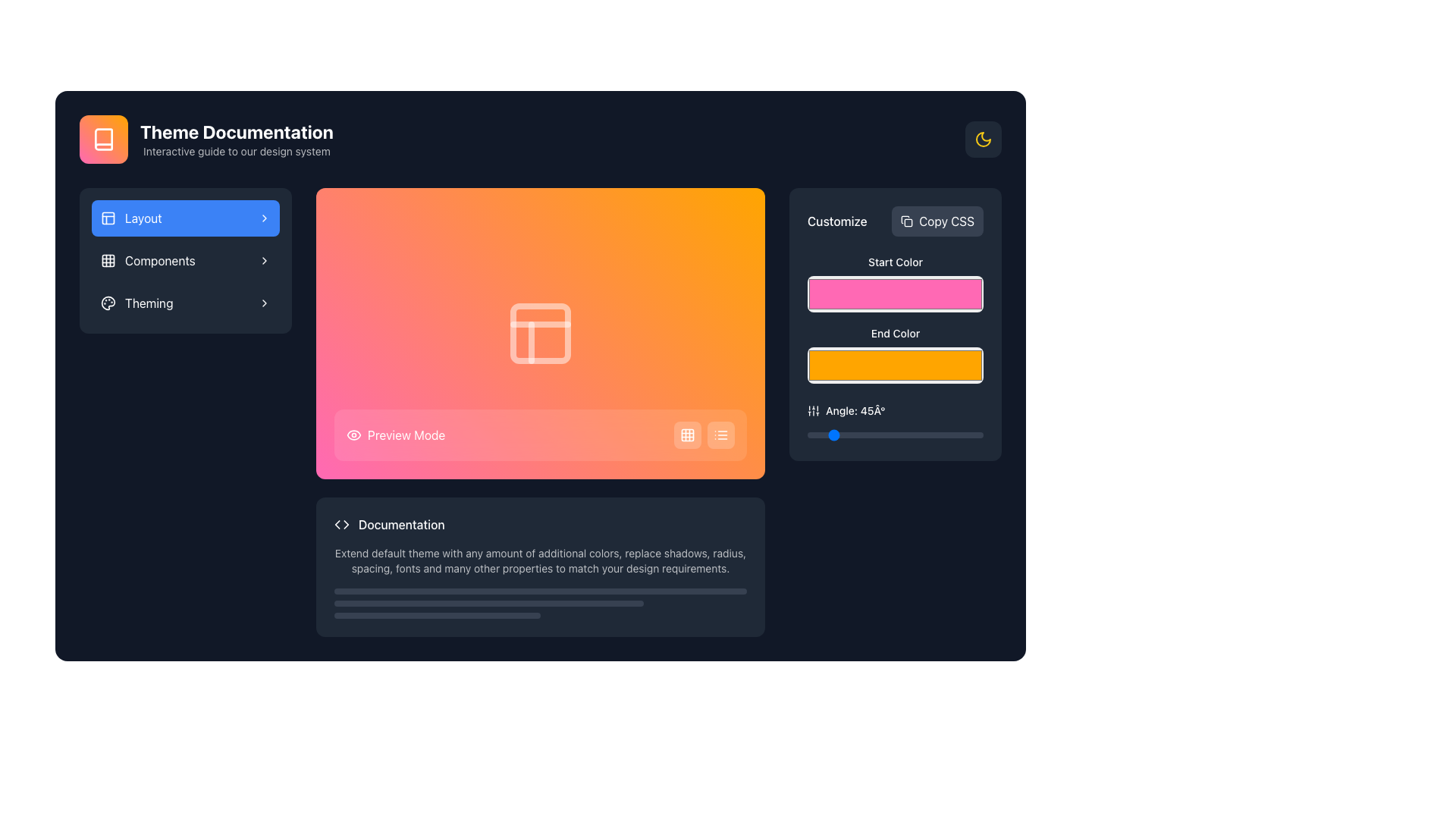 The height and width of the screenshot is (819, 1456). I want to click on the third and smallest progress bar located at the bottom part of the interface, which visually represents a smaller progress or partially loaded status, so click(436, 616).